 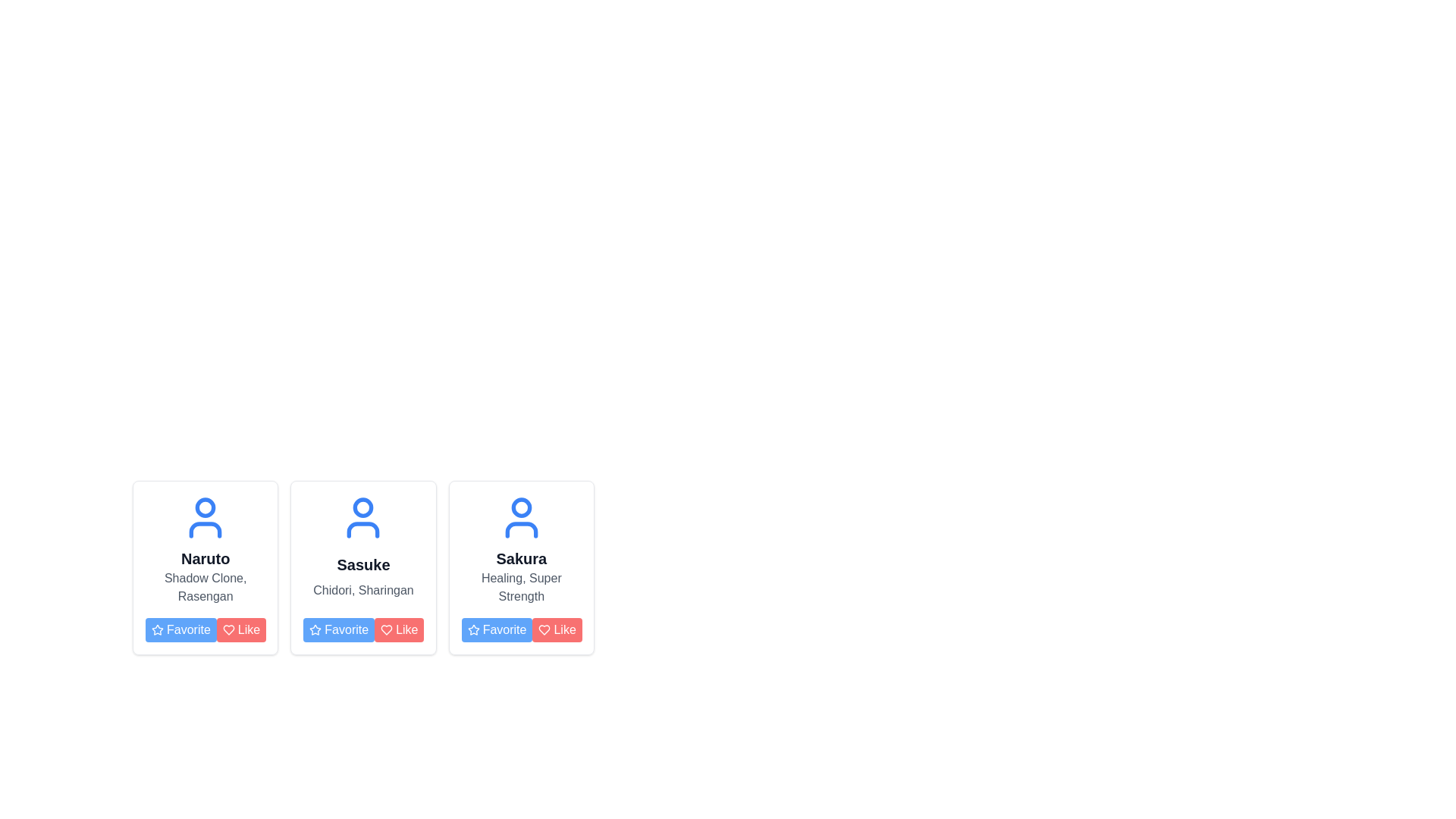 I want to click on the 'Favorite' button with a light blue background and a star icon, located, so click(x=497, y=629).